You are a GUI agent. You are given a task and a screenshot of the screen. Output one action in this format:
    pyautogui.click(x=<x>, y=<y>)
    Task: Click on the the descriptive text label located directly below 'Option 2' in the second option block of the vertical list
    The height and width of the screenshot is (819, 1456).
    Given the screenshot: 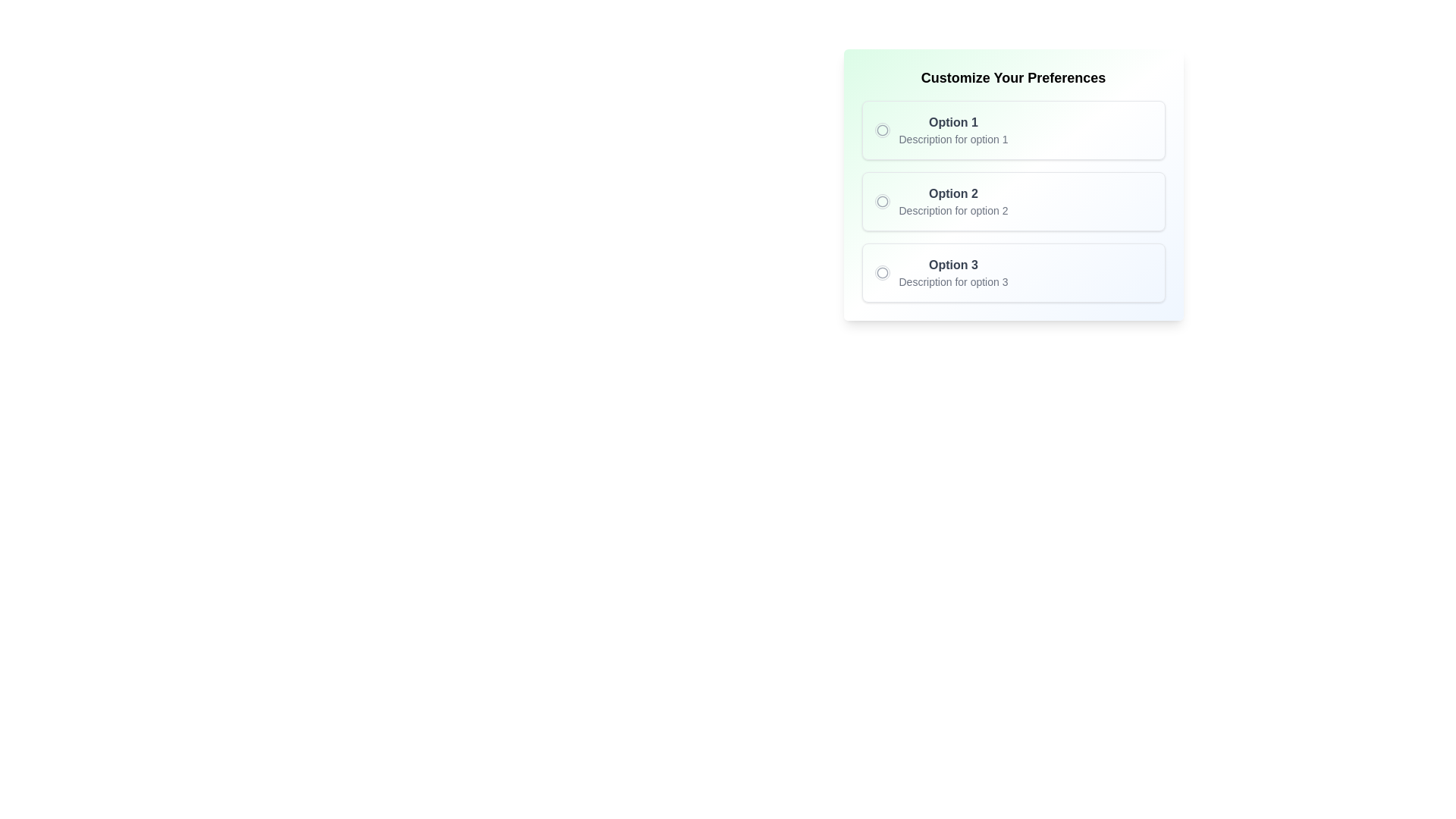 What is the action you would take?
    pyautogui.click(x=952, y=210)
    